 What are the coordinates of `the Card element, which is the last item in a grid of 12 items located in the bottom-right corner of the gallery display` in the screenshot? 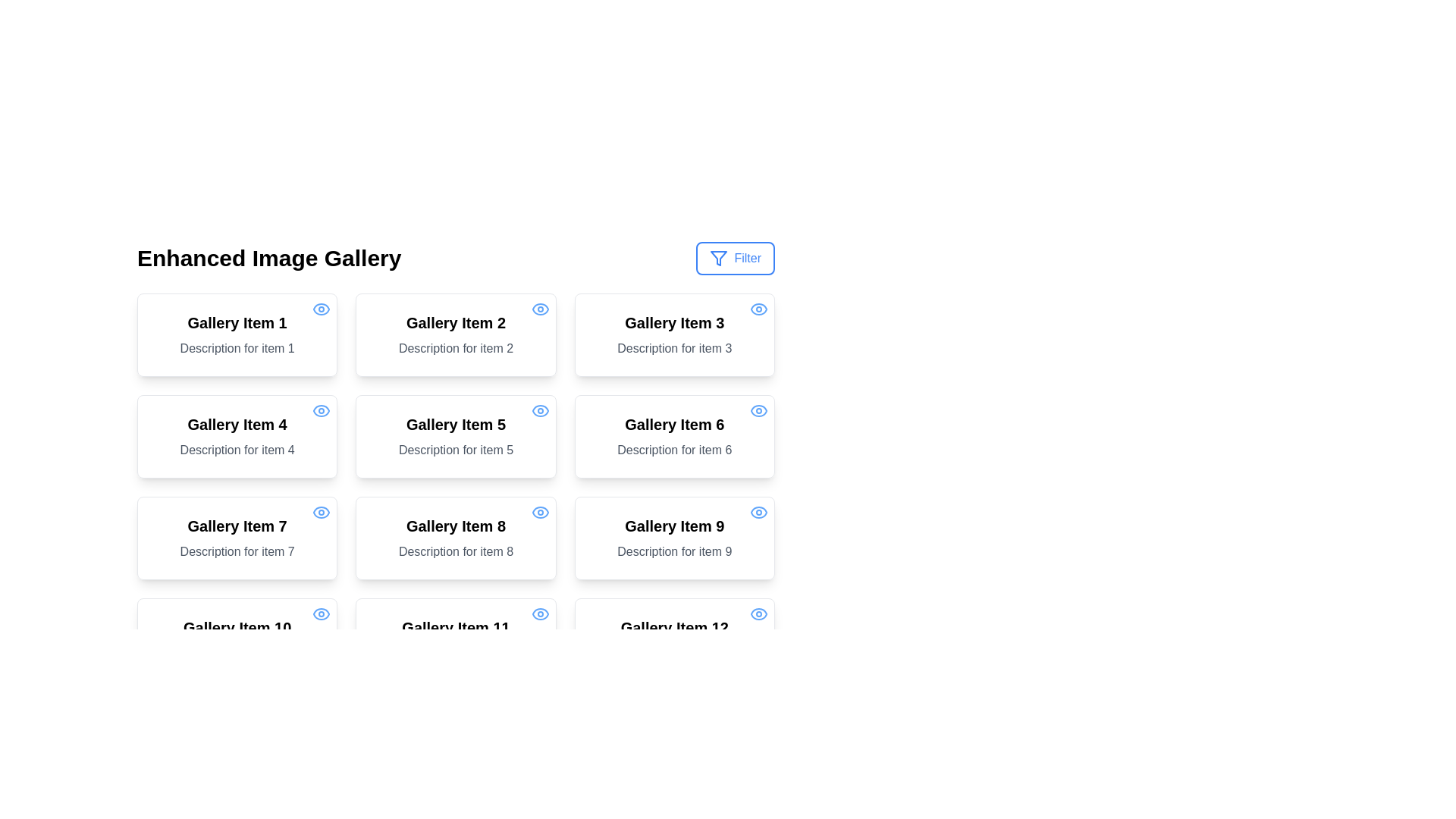 It's located at (673, 640).